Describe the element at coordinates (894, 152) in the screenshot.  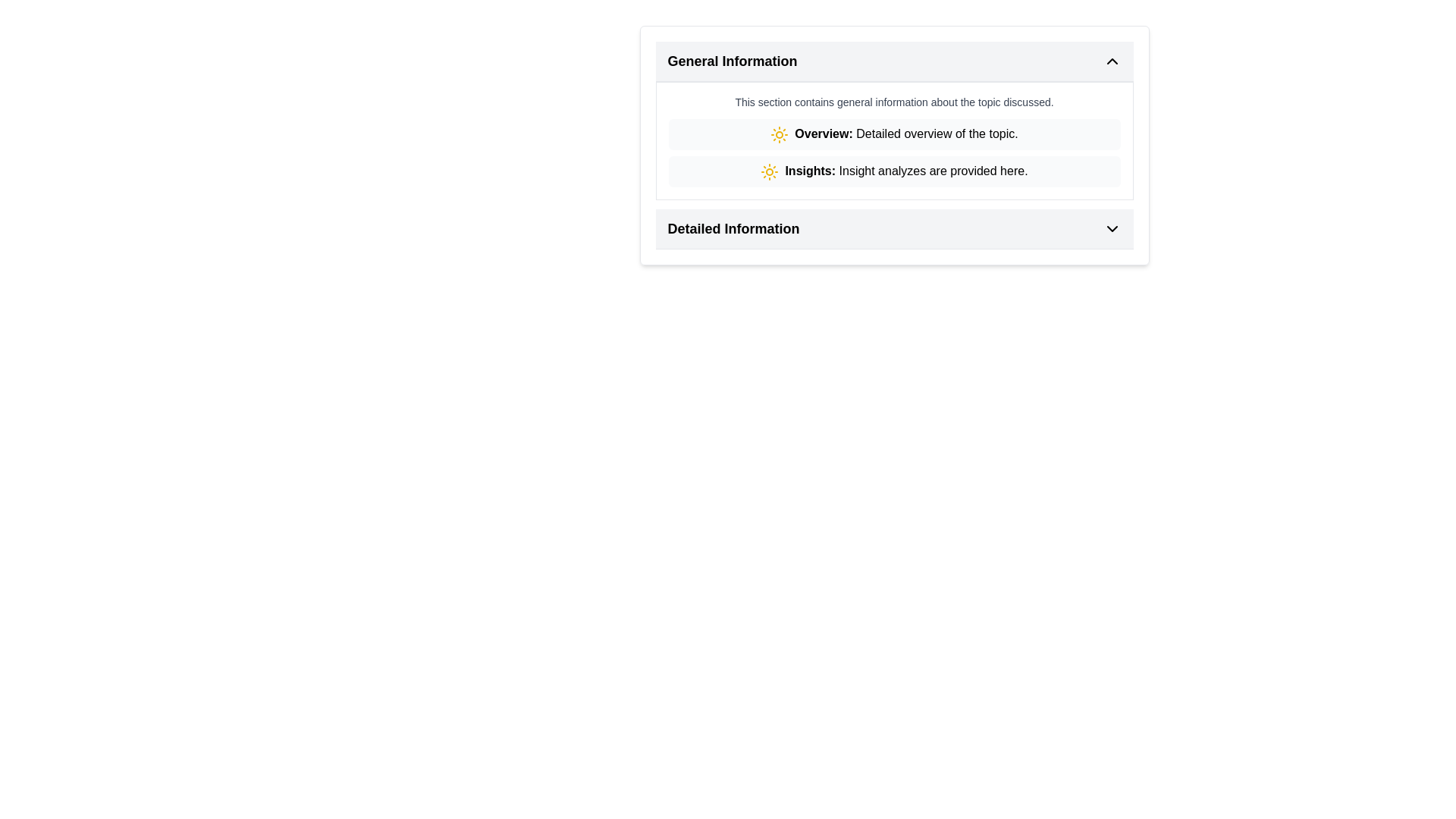
I see `the Informational Block located in the center of the 'General Information' section, below the description 'This section contains general information about the topic discussed.'` at that location.